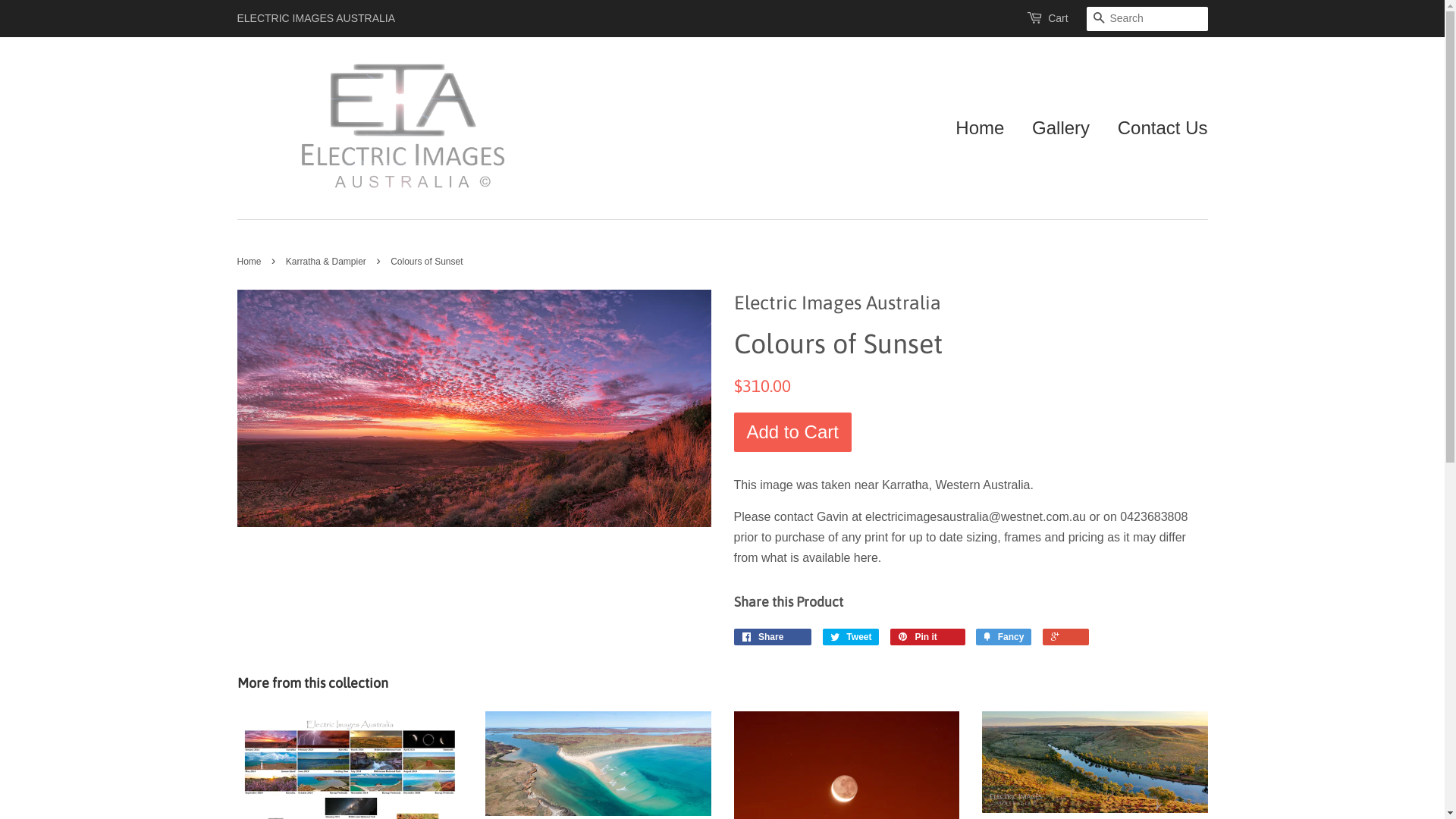 The image size is (1456, 819). What do you see at coordinates (1156, 127) in the screenshot?
I see `'Contact Us'` at bounding box center [1156, 127].